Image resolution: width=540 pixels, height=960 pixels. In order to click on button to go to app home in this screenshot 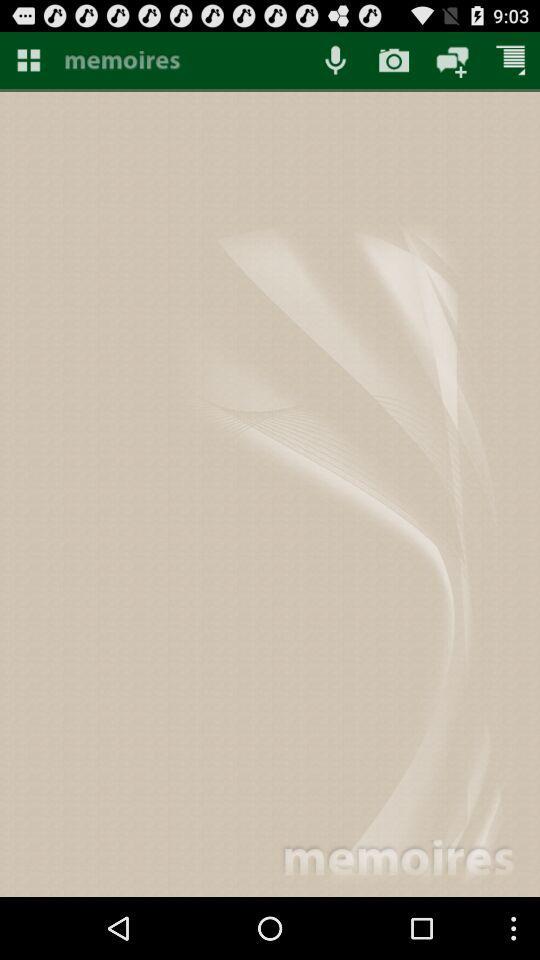, I will do `click(182, 61)`.